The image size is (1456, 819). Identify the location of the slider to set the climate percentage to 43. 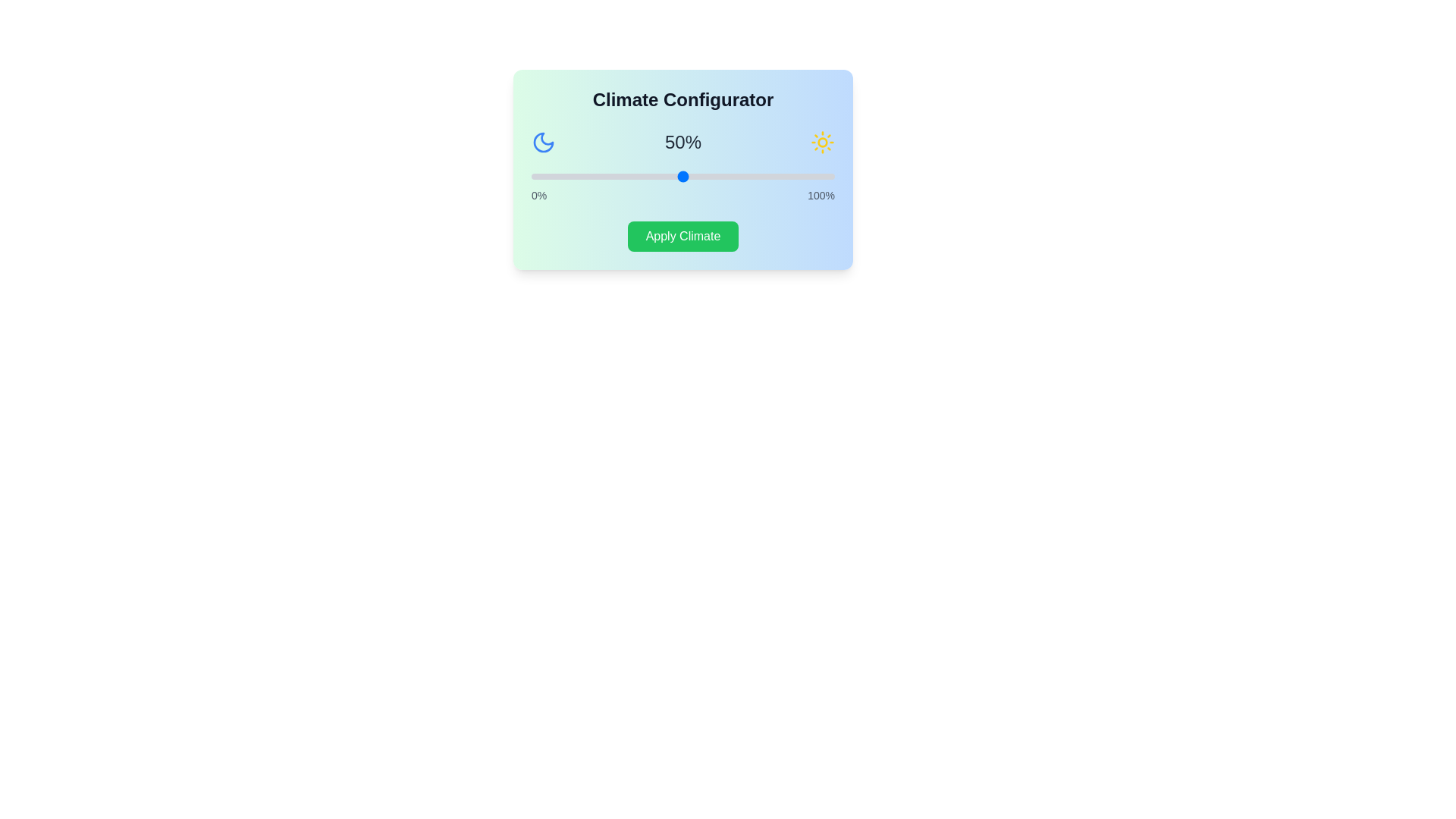
(662, 175).